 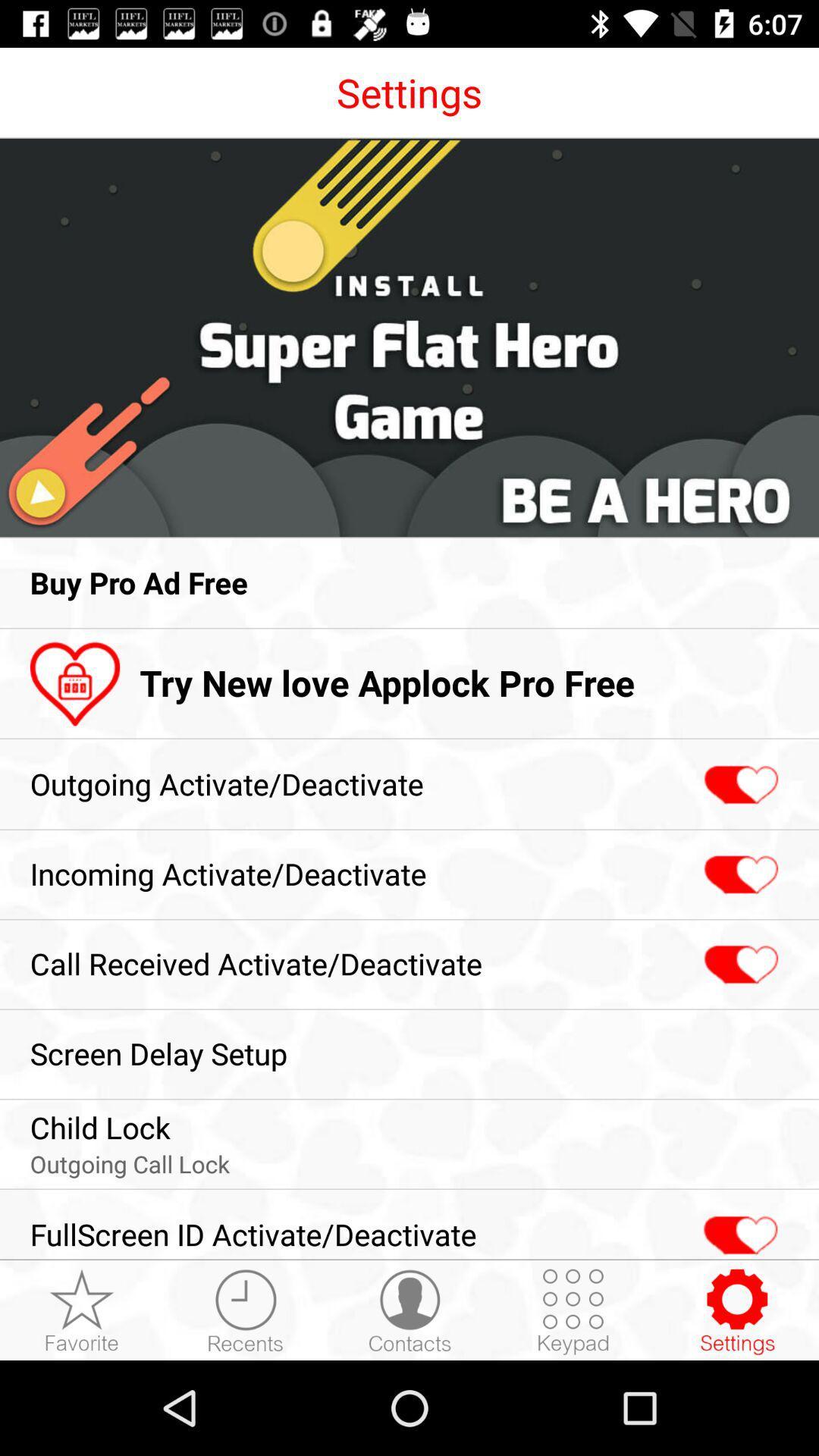 I want to click on keypad, so click(x=573, y=1310).